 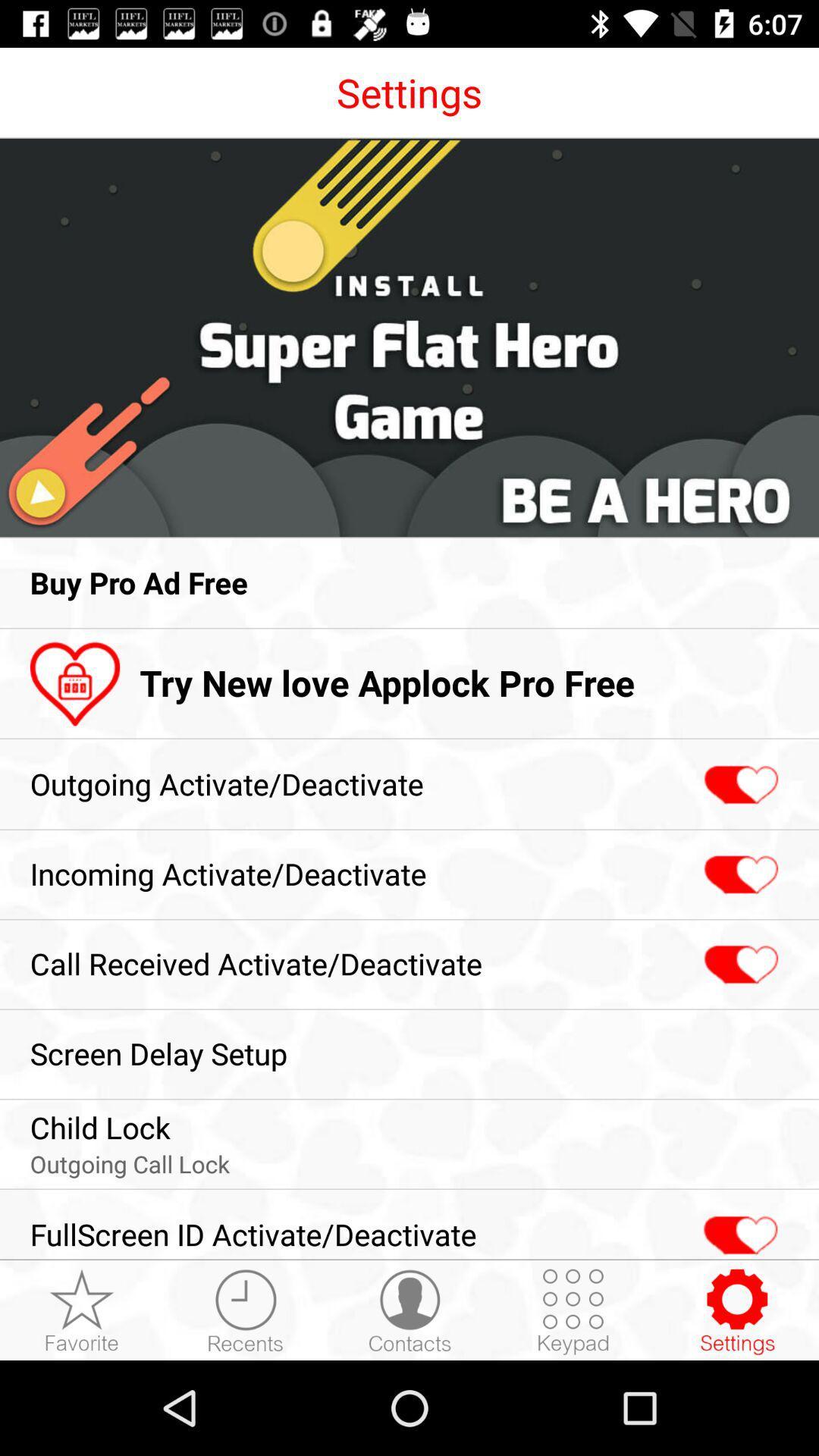 I want to click on keypad, so click(x=573, y=1310).